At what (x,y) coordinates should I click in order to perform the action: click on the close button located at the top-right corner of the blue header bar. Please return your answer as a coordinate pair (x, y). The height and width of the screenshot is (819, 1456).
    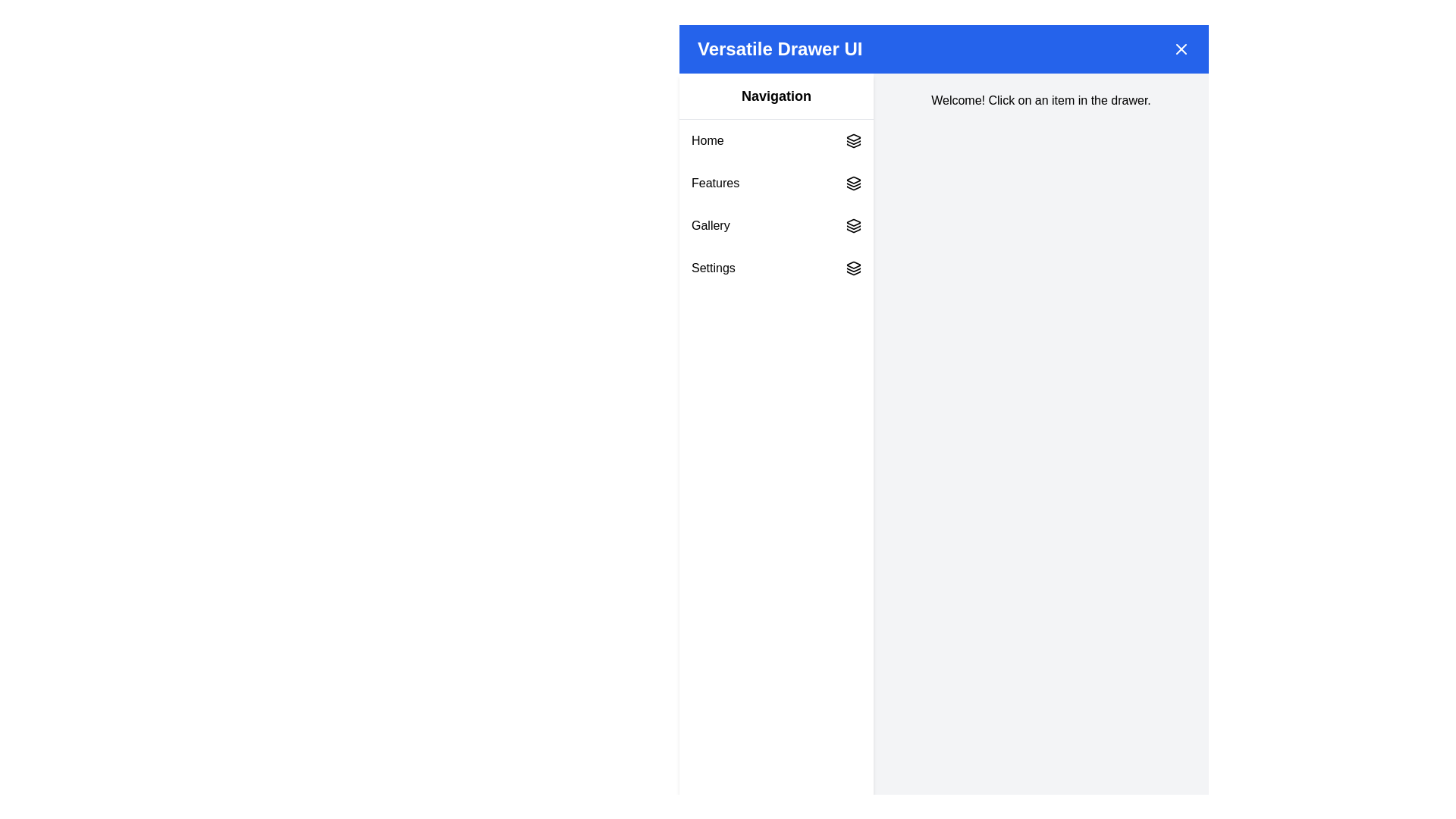
    Looking at the image, I should click on (1181, 49).